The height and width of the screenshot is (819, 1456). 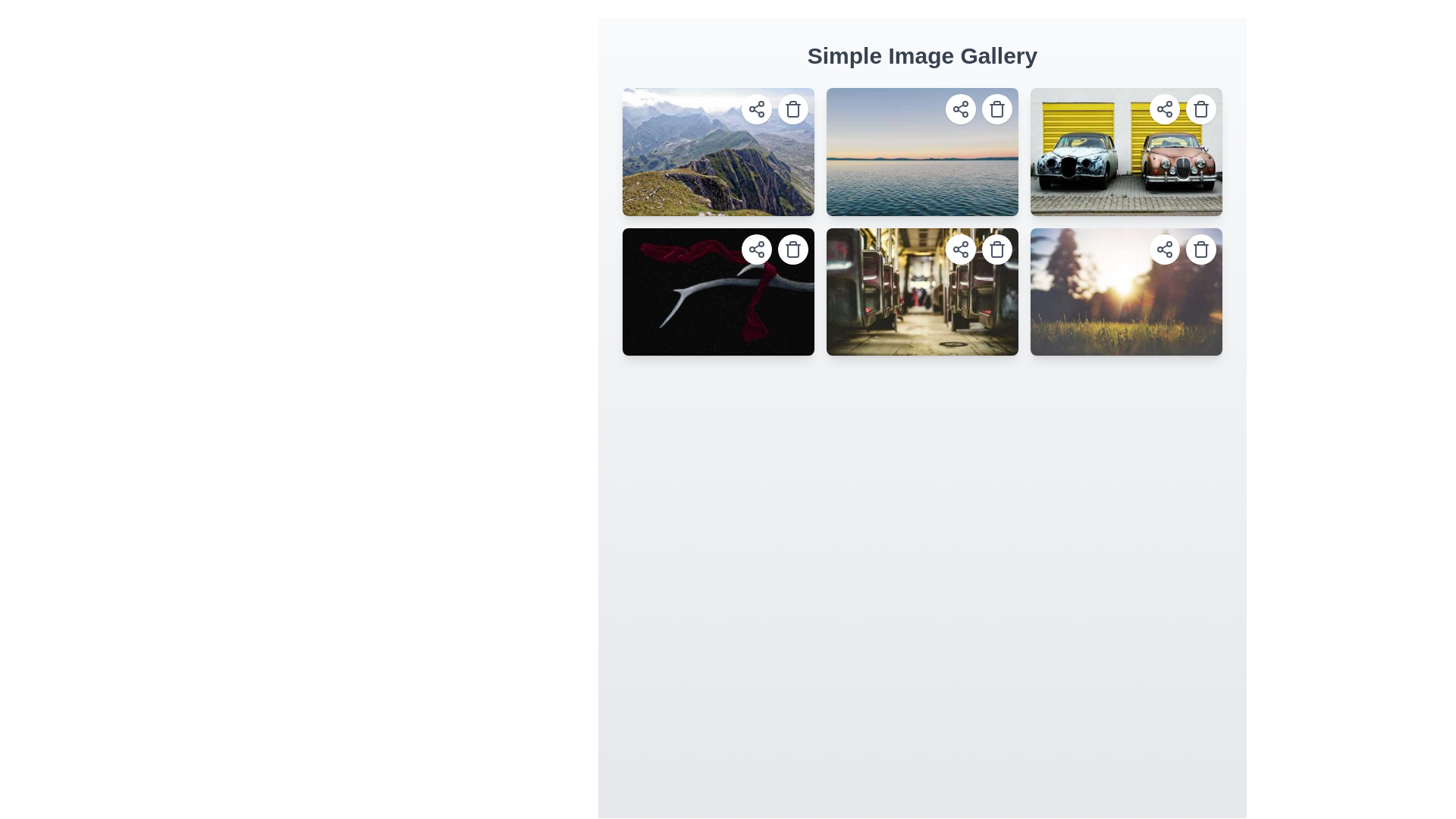 I want to click on the trash bin icon button in the top right corner of the first image in the gallery grid, so click(x=775, y=108).